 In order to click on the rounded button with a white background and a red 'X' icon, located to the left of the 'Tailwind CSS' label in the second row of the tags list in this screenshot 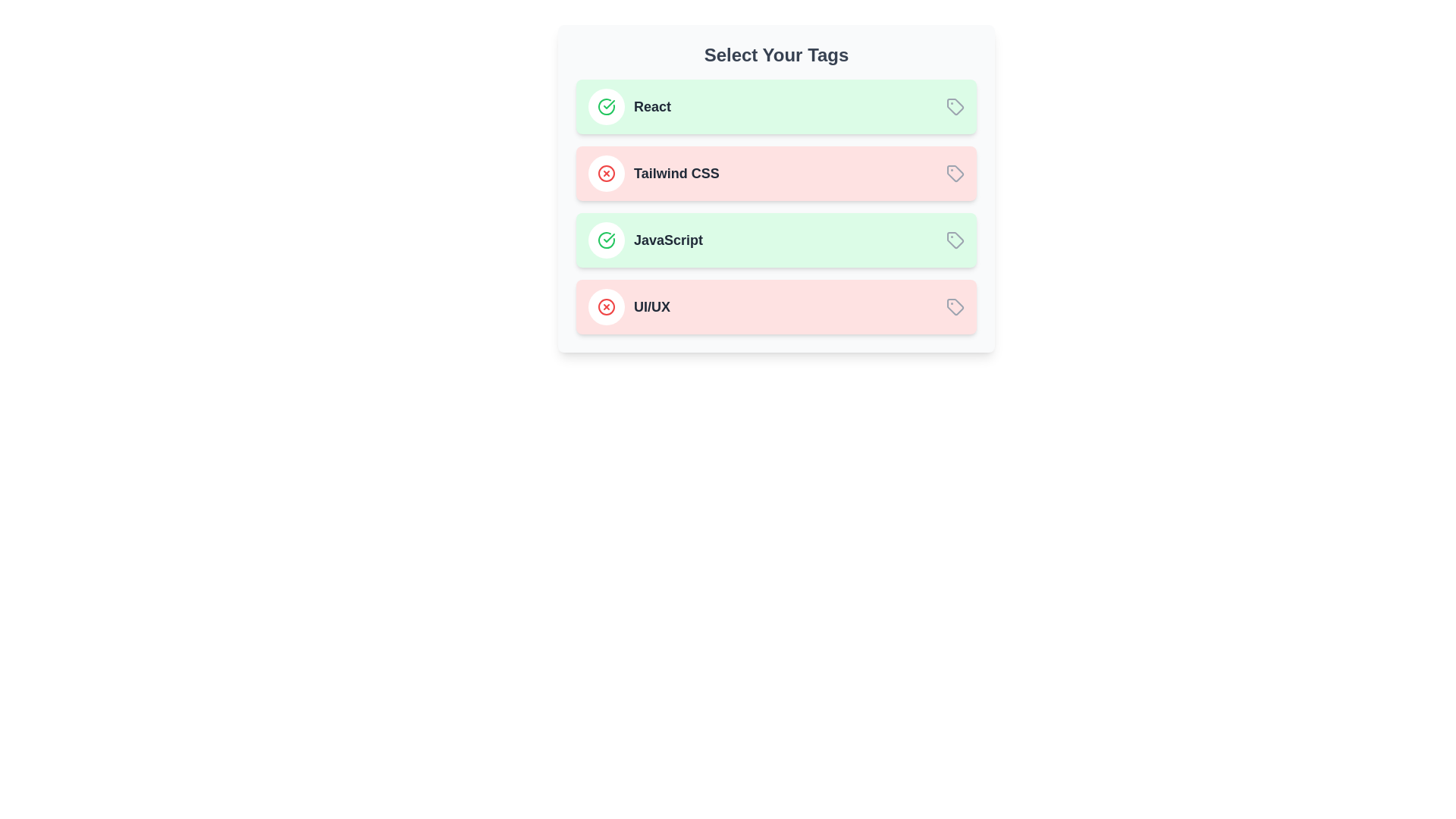, I will do `click(607, 172)`.